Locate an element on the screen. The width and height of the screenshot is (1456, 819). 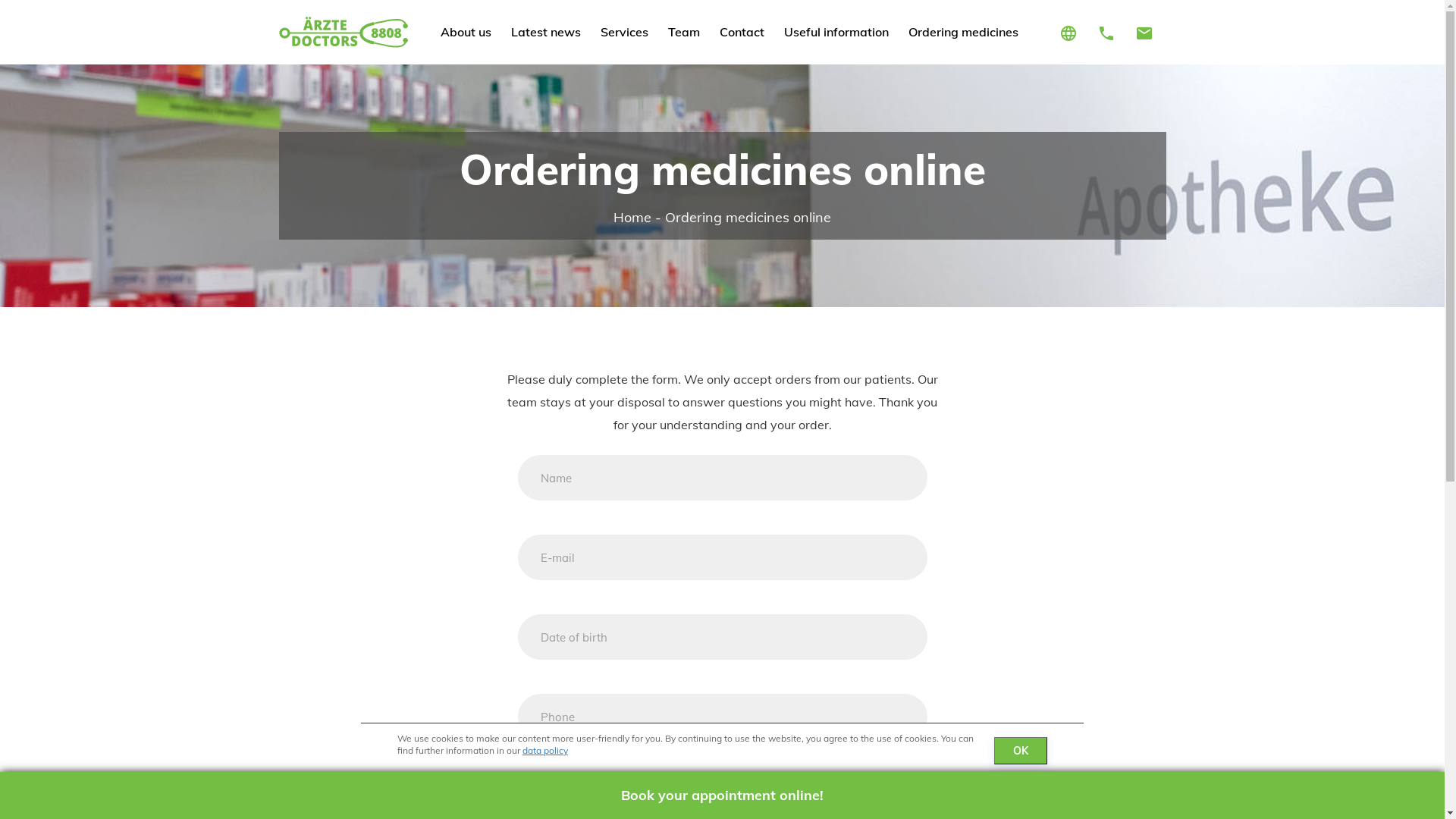
'Contact' is located at coordinates (742, 32).